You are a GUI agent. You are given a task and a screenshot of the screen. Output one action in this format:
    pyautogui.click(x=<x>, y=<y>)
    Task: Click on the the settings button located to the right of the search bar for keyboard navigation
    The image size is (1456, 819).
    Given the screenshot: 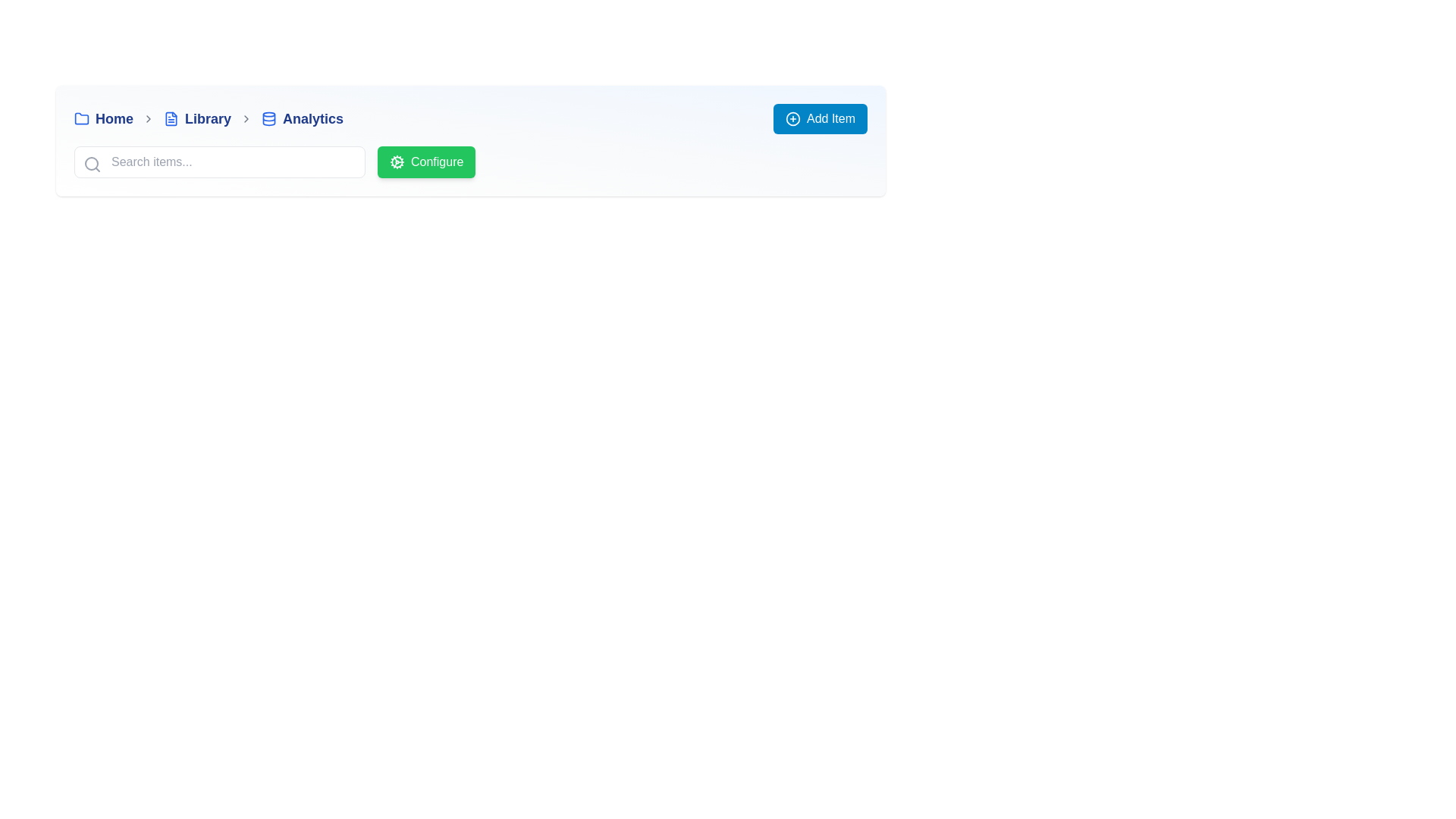 What is the action you would take?
    pyautogui.click(x=469, y=162)
    